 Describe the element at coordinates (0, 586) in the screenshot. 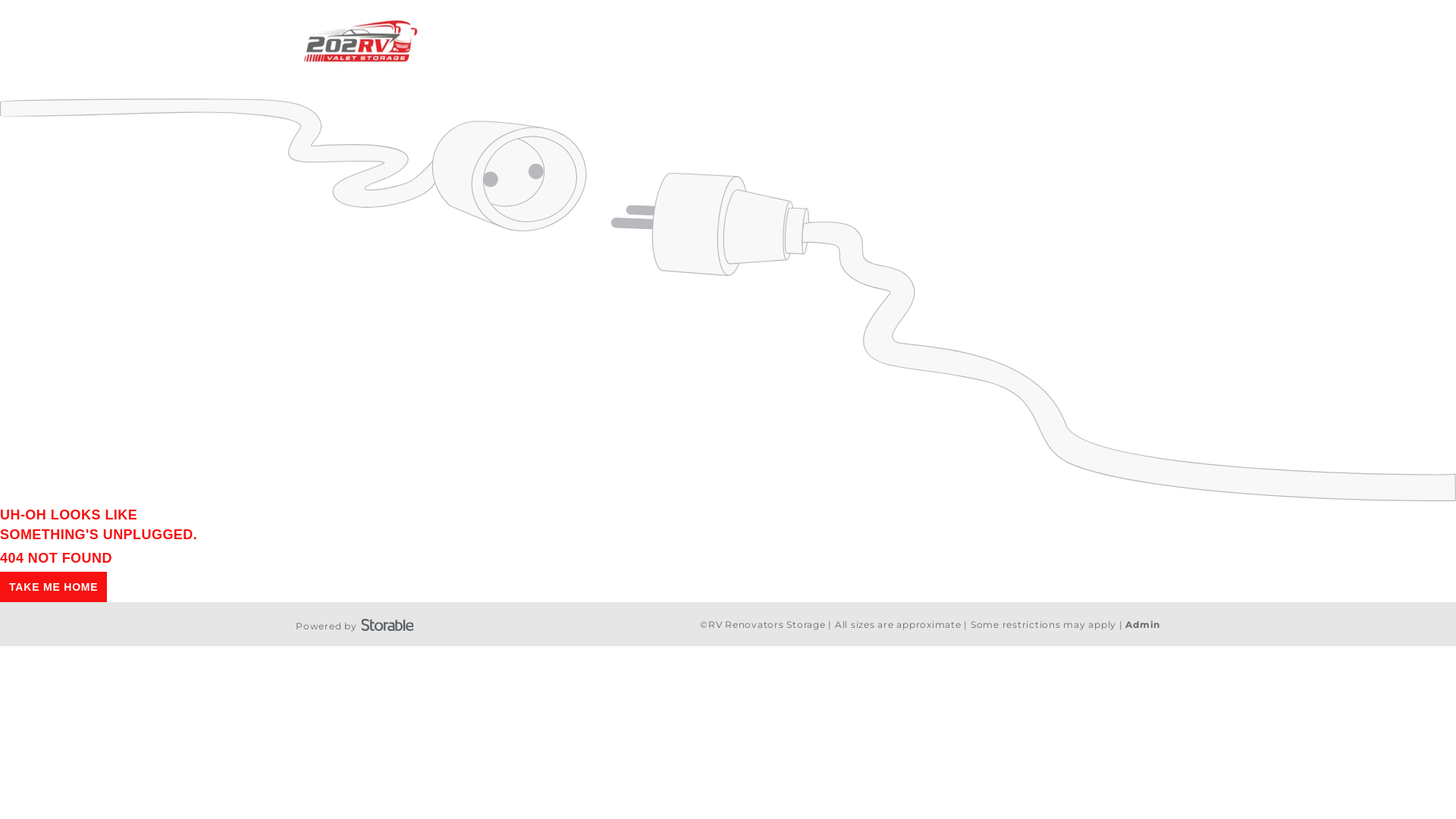

I see `'TAKE ME HOME'` at that location.